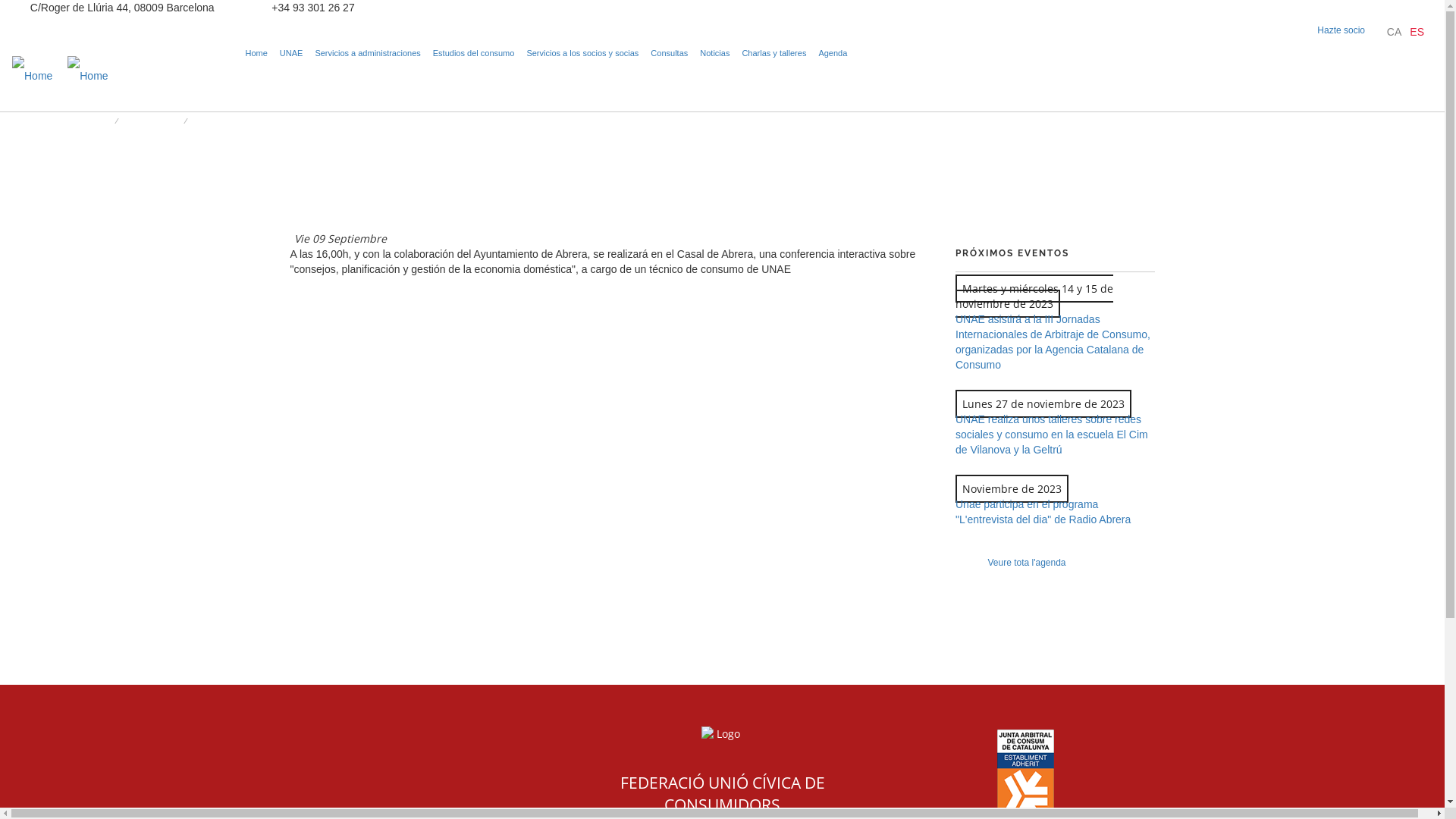 This screenshot has width=1456, height=819. Describe the element at coordinates (773, 52) in the screenshot. I see `'Charlas y talleres'` at that location.